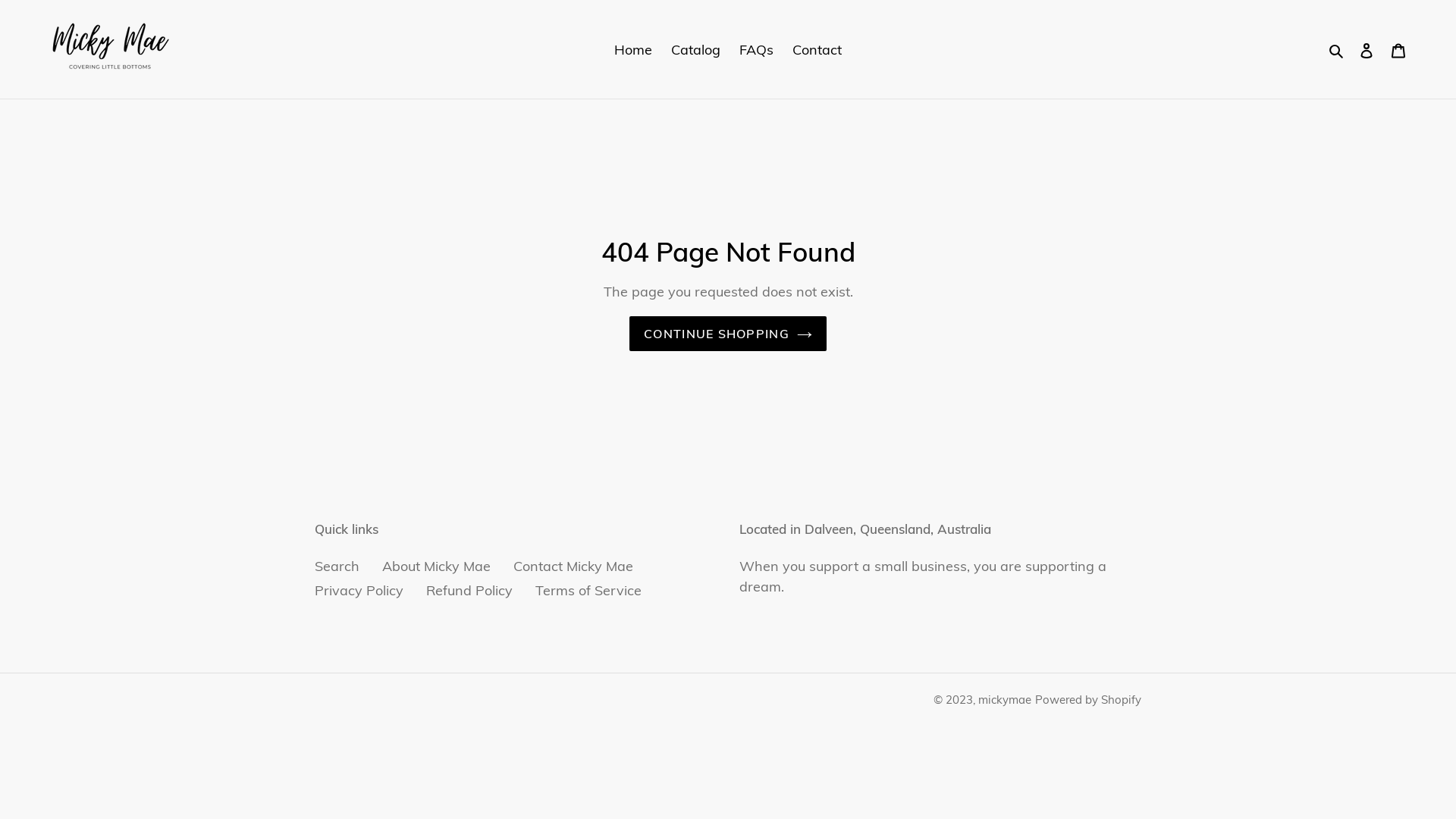 The width and height of the screenshot is (1456, 819). I want to click on 'Catalog', so click(695, 48).